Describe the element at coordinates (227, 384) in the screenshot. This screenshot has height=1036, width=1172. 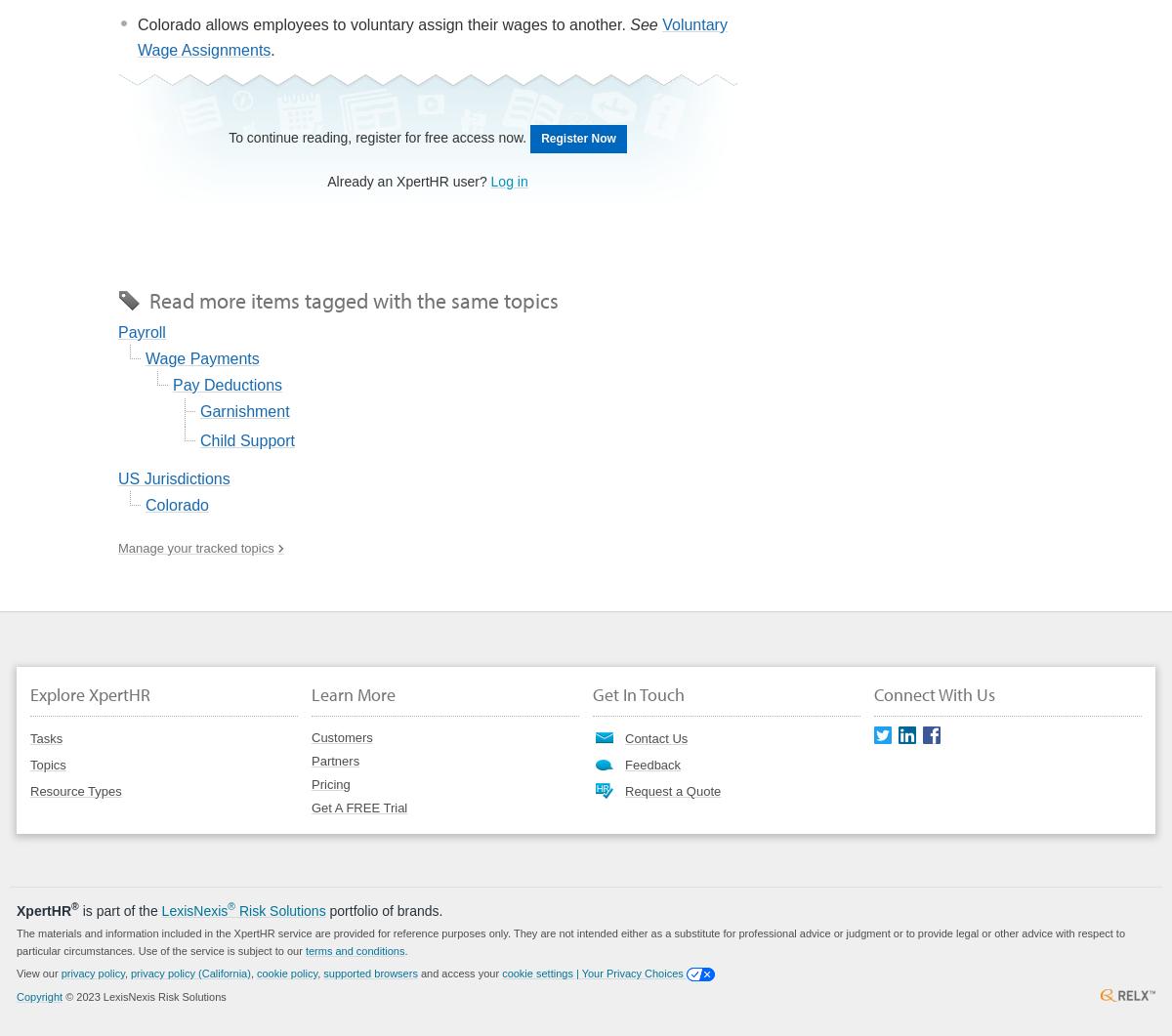
I see `'Pay Deductions'` at that location.